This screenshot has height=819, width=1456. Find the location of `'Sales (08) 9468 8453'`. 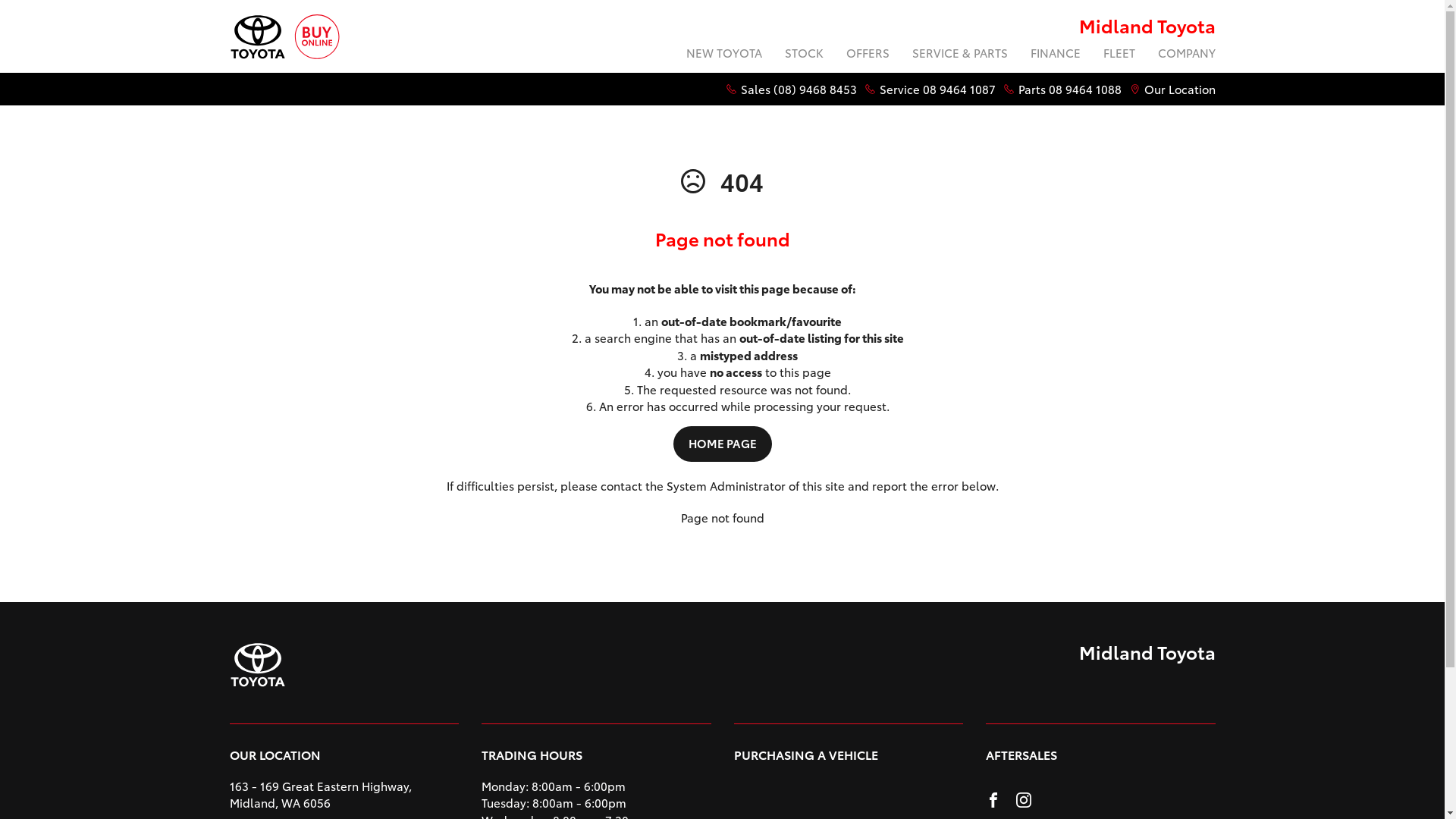

'Sales (08) 9468 8453' is located at coordinates (797, 89).